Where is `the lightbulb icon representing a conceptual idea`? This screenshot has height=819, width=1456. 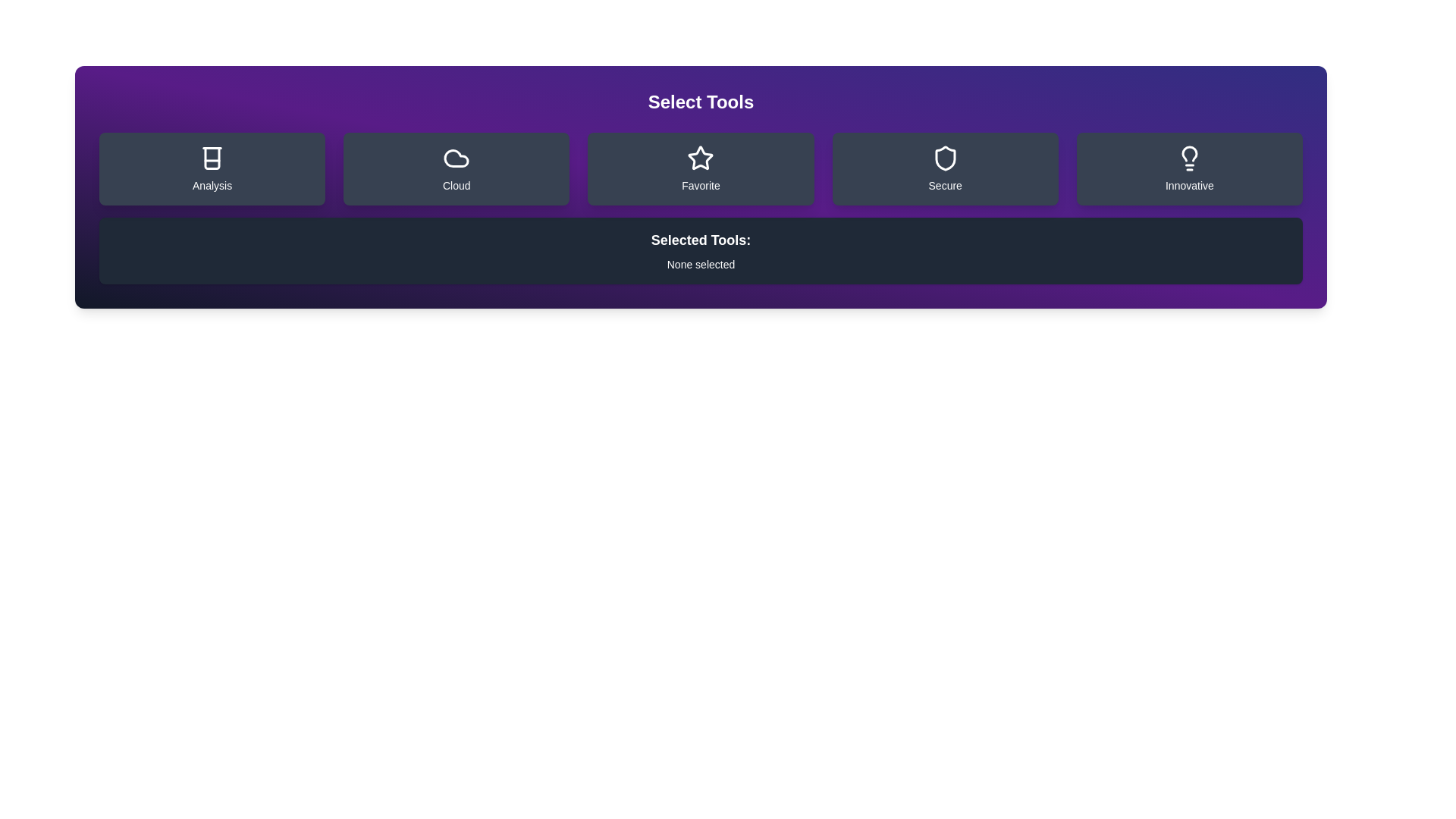 the lightbulb icon representing a conceptual idea is located at coordinates (1188, 158).